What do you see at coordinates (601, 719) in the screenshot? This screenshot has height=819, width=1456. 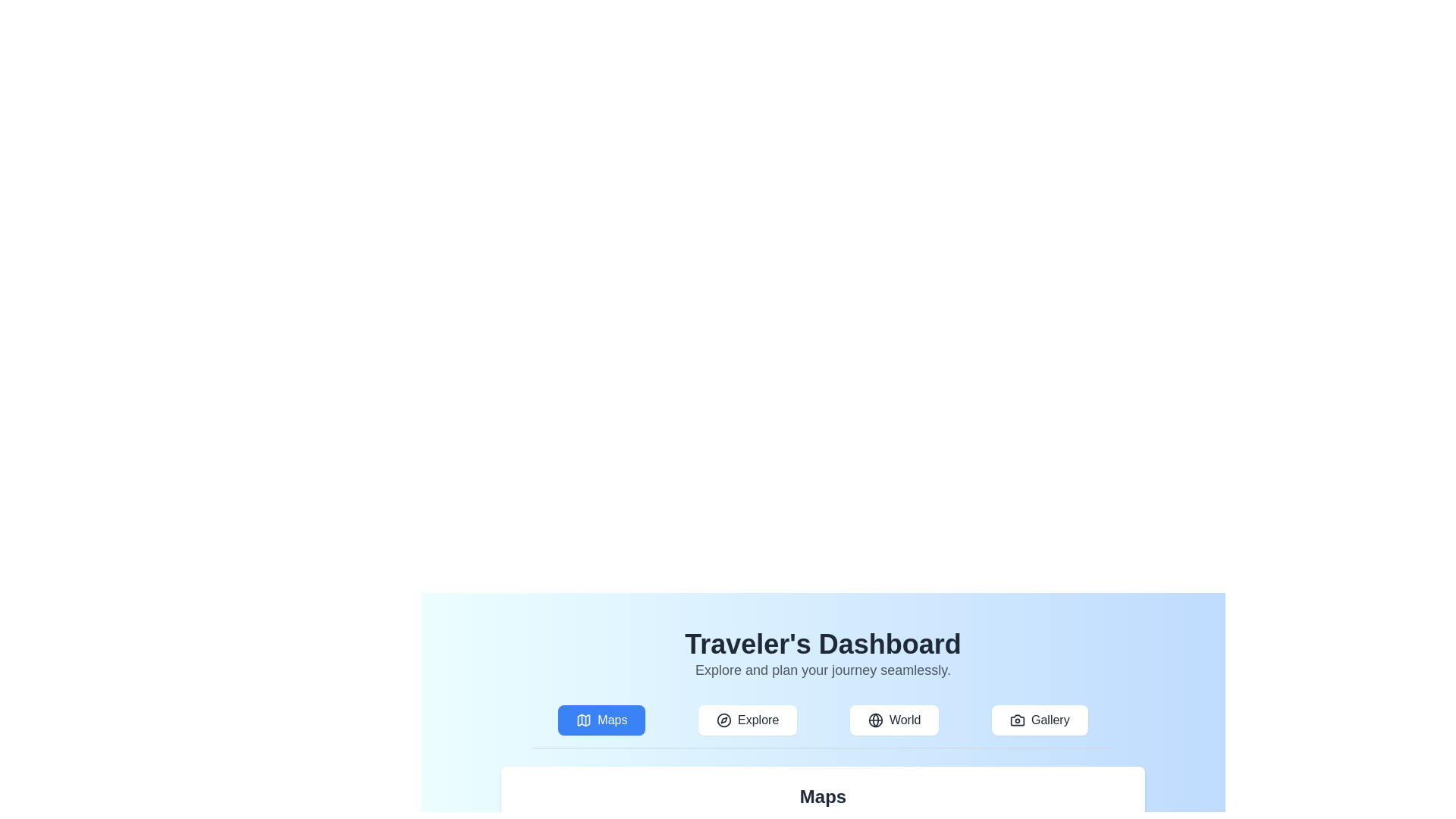 I see `the Maps tab to navigate to its content` at bounding box center [601, 719].